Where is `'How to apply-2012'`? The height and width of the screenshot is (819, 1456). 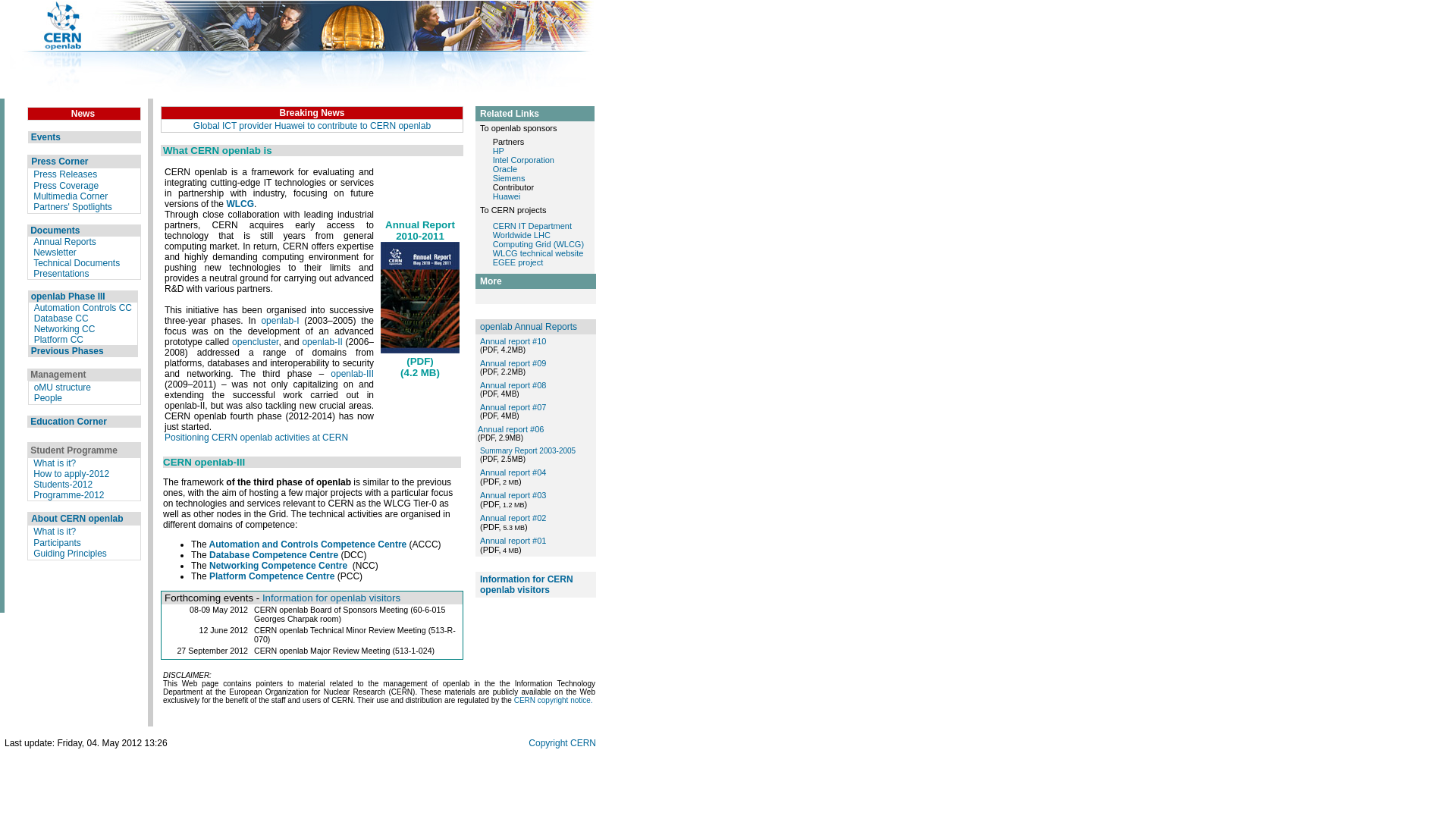
'How to apply-2012' is located at coordinates (71, 472).